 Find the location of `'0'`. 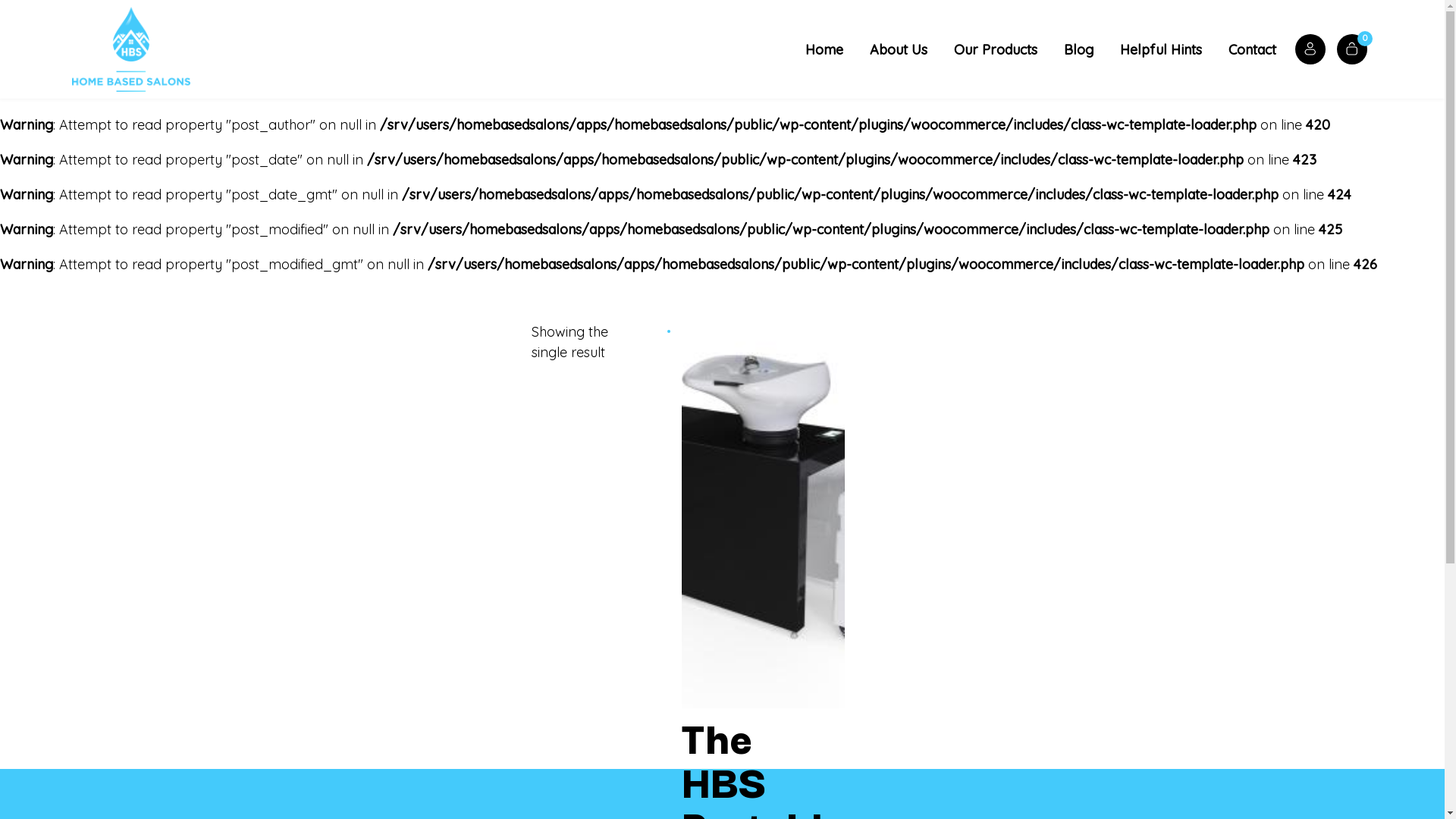

'0' is located at coordinates (1351, 49).